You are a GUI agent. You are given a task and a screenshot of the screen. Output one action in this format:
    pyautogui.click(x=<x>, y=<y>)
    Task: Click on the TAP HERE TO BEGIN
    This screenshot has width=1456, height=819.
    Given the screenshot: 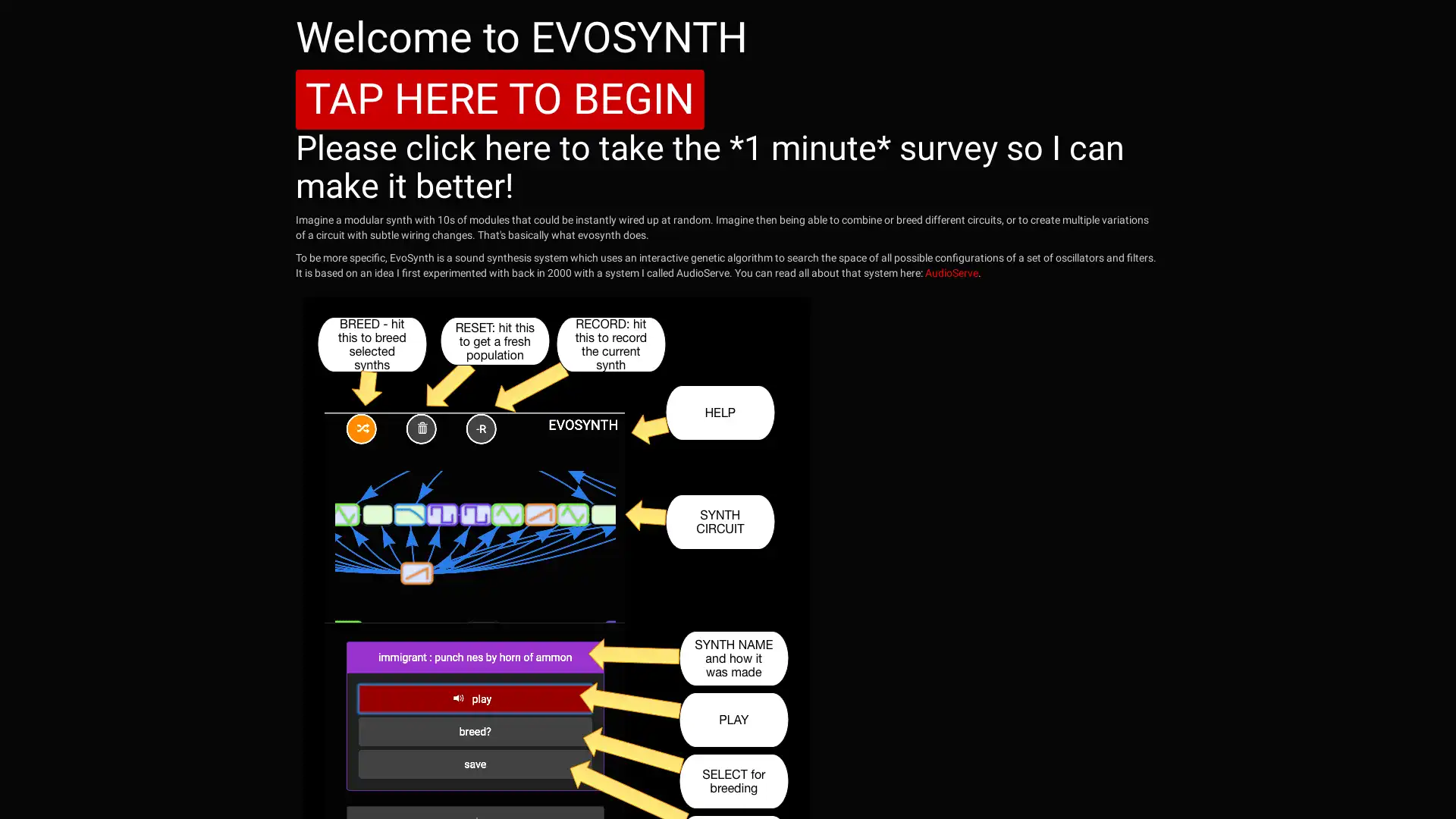 What is the action you would take?
    pyautogui.click(x=500, y=99)
    